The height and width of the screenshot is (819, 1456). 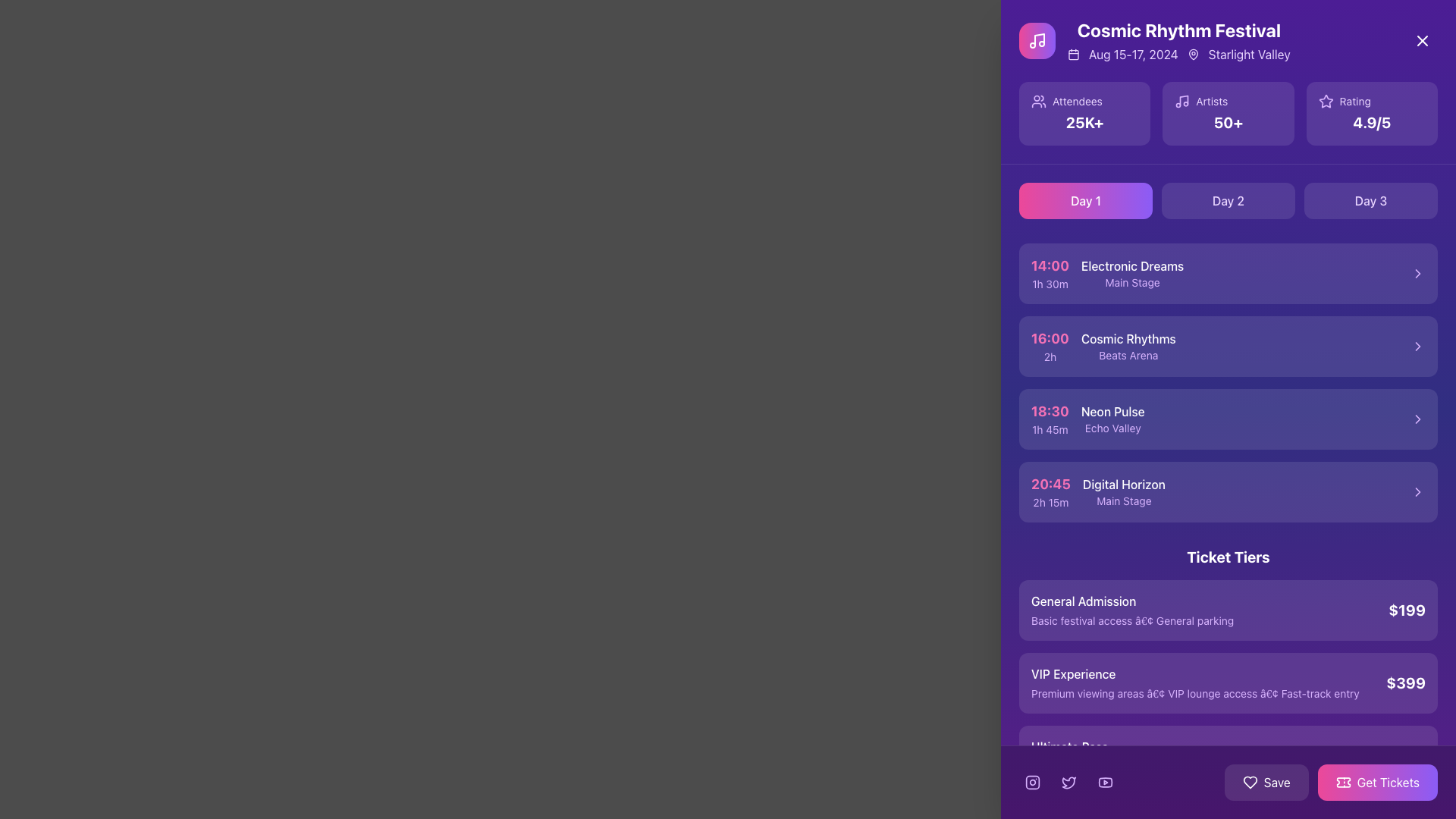 I want to click on the fourth event list item in the event schedule section, which contains the time and duration text ('20:45', '2h 15m') and the location details ('Digital Horizon', 'Main Stage'), so click(x=1228, y=491).